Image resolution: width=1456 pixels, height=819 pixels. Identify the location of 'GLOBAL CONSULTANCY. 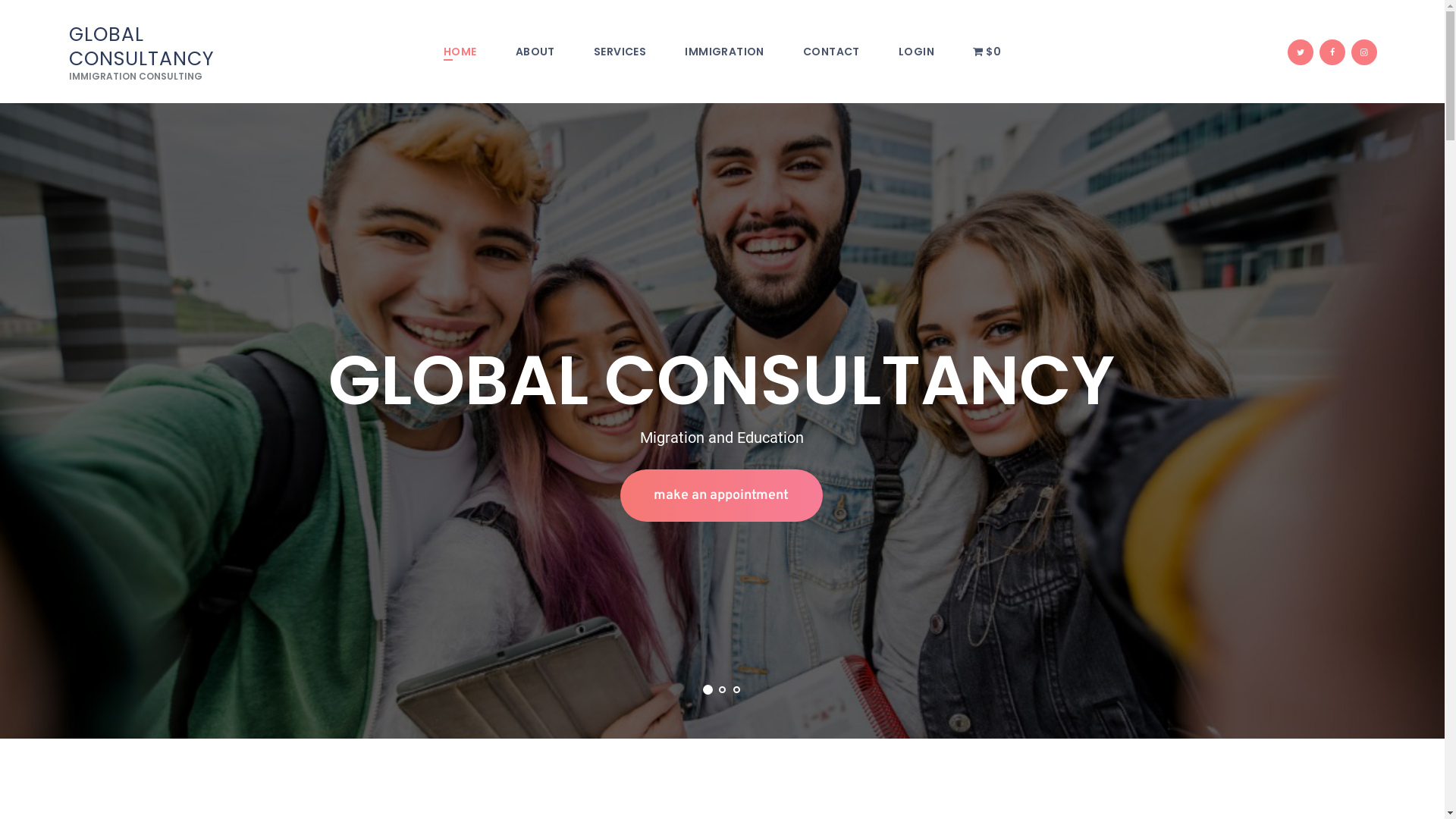
(168, 52).